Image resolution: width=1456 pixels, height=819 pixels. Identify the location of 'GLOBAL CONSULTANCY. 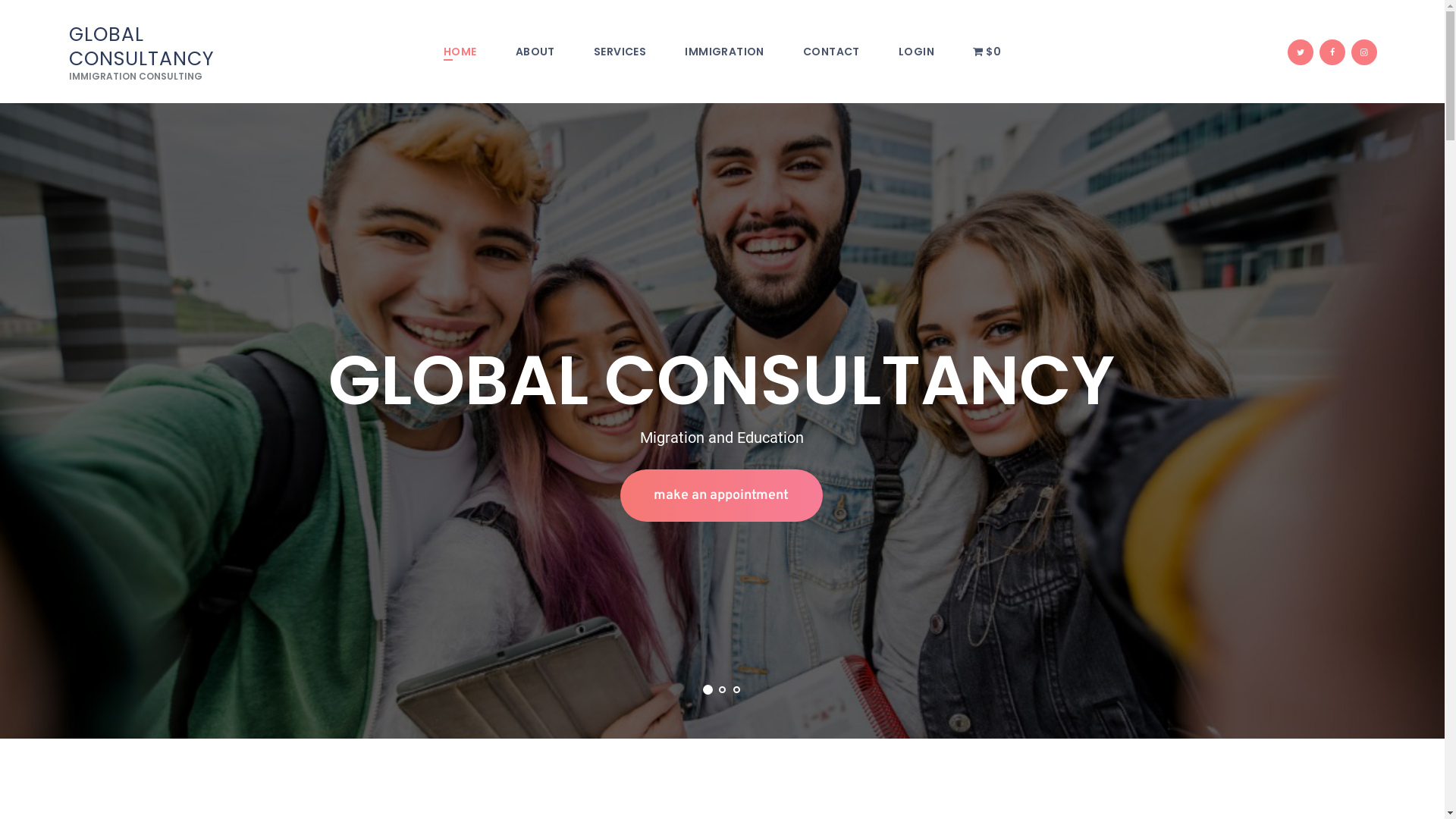
(168, 52).